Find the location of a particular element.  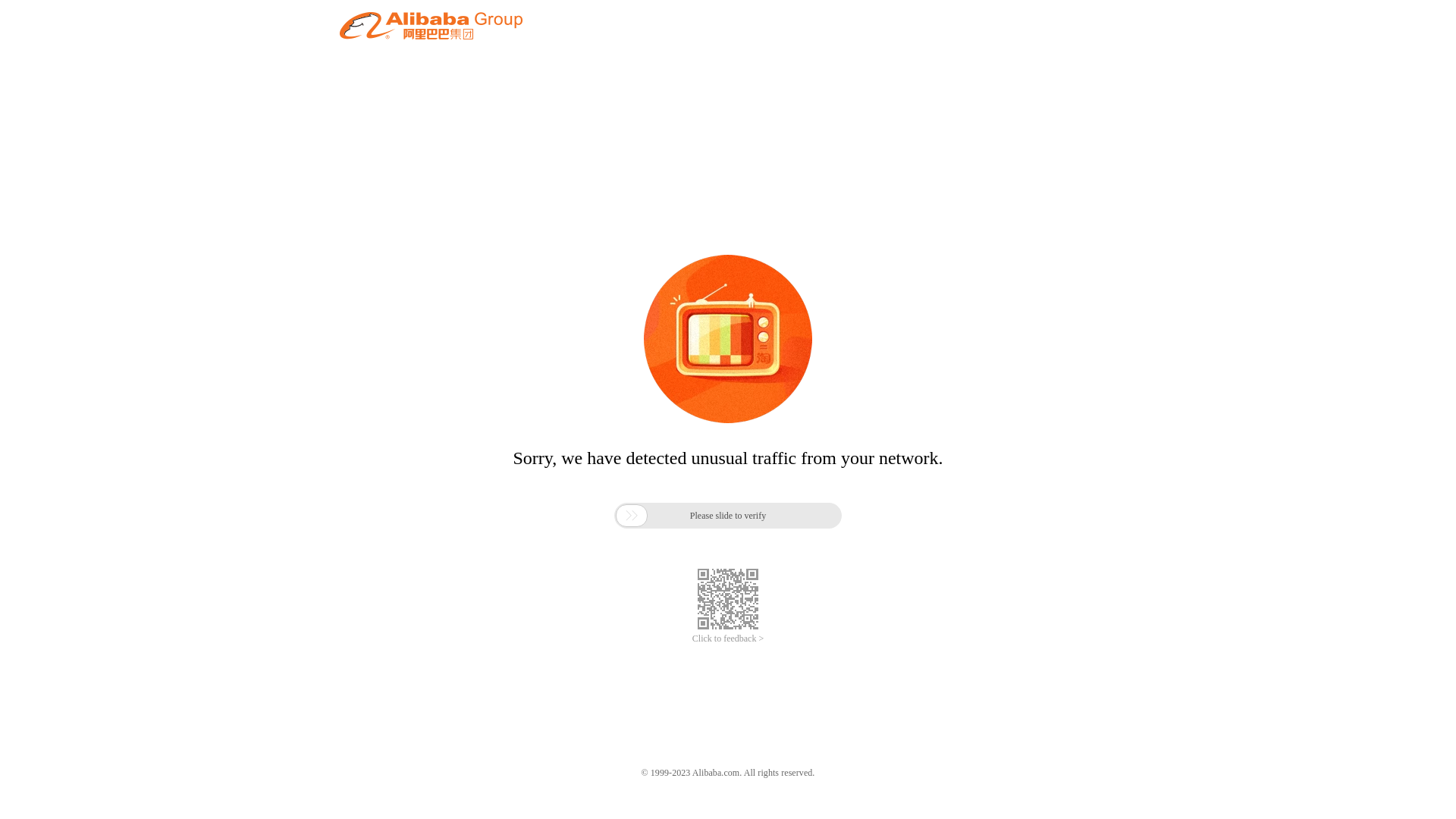

'Click to feedback >' is located at coordinates (728, 639).